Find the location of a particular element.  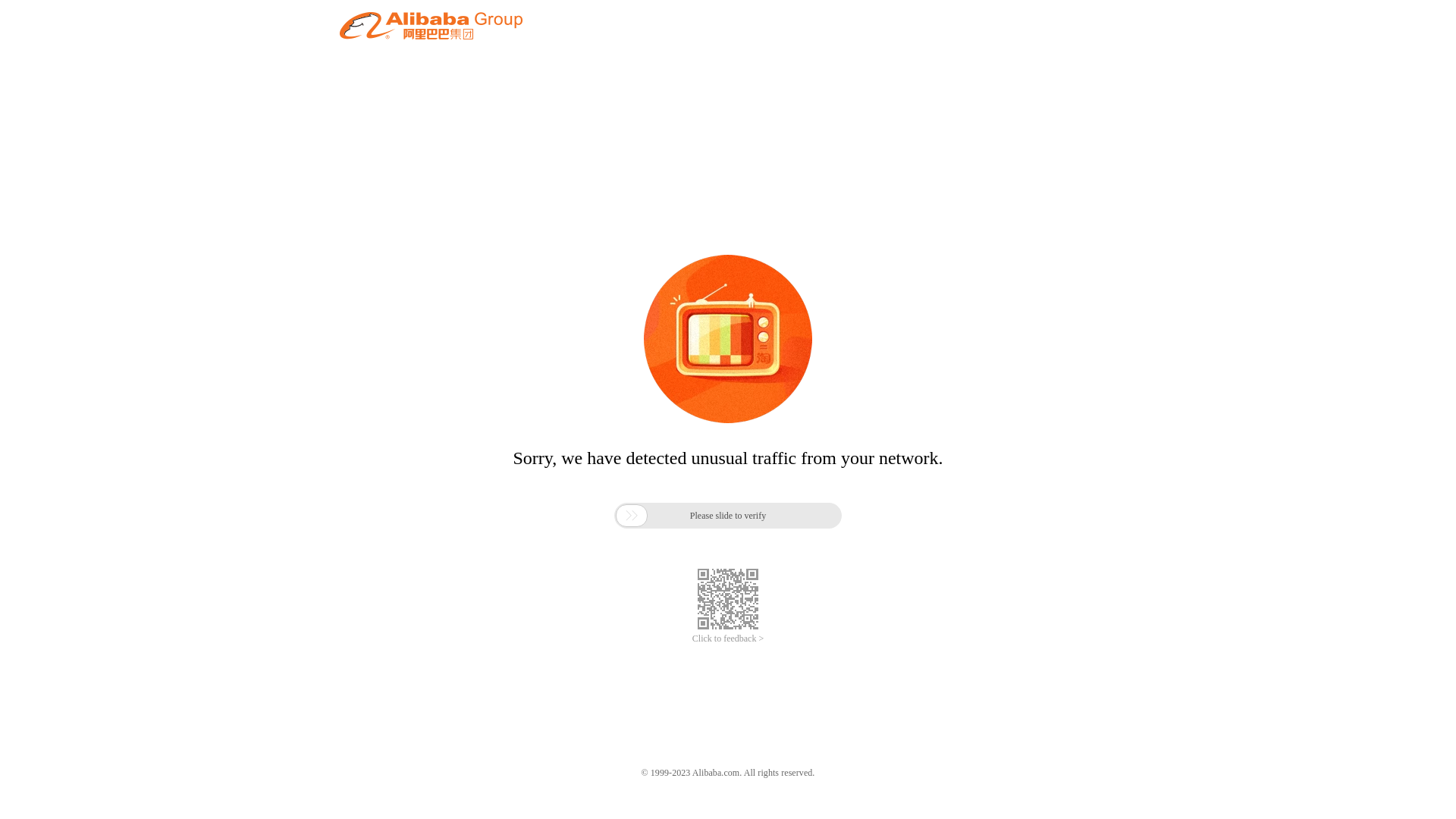

'Click to feedback >' is located at coordinates (728, 639).